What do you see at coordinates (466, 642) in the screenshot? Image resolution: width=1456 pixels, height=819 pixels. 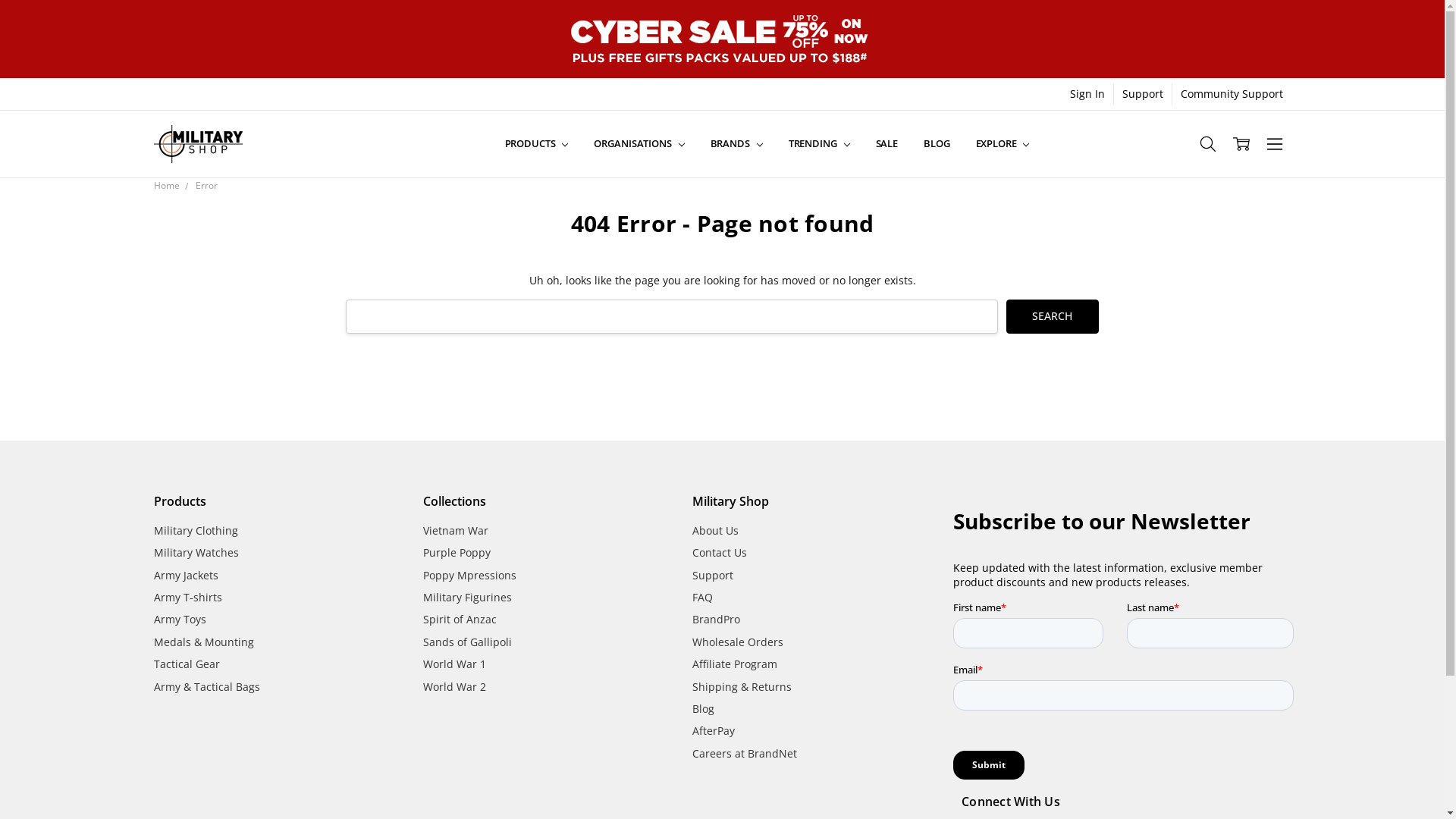 I see `'Sands of Gallipoli'` at bounding box center [466, 642].